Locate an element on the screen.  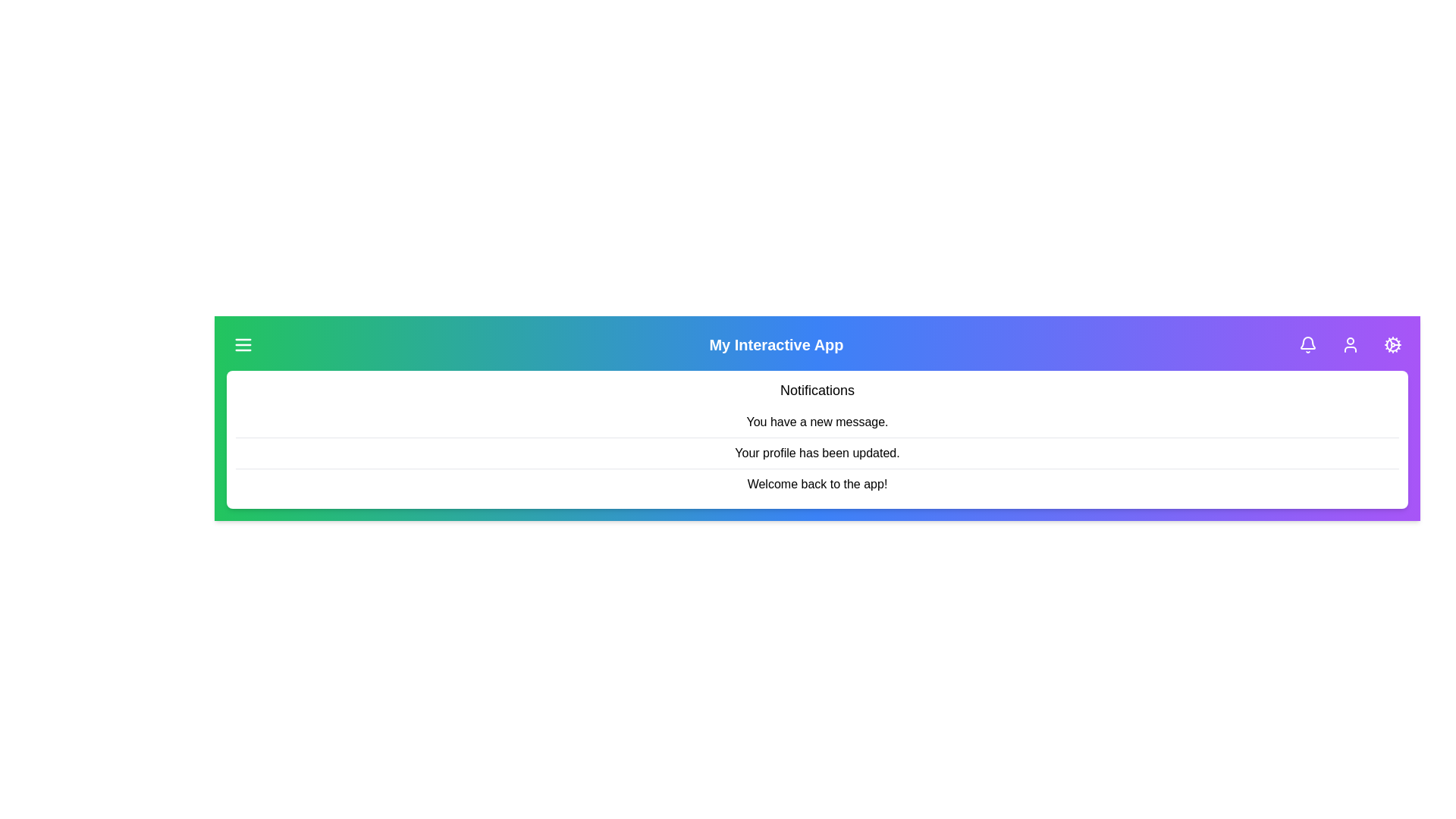
the cog button to access the settings is located at coordinates (1393, 345).